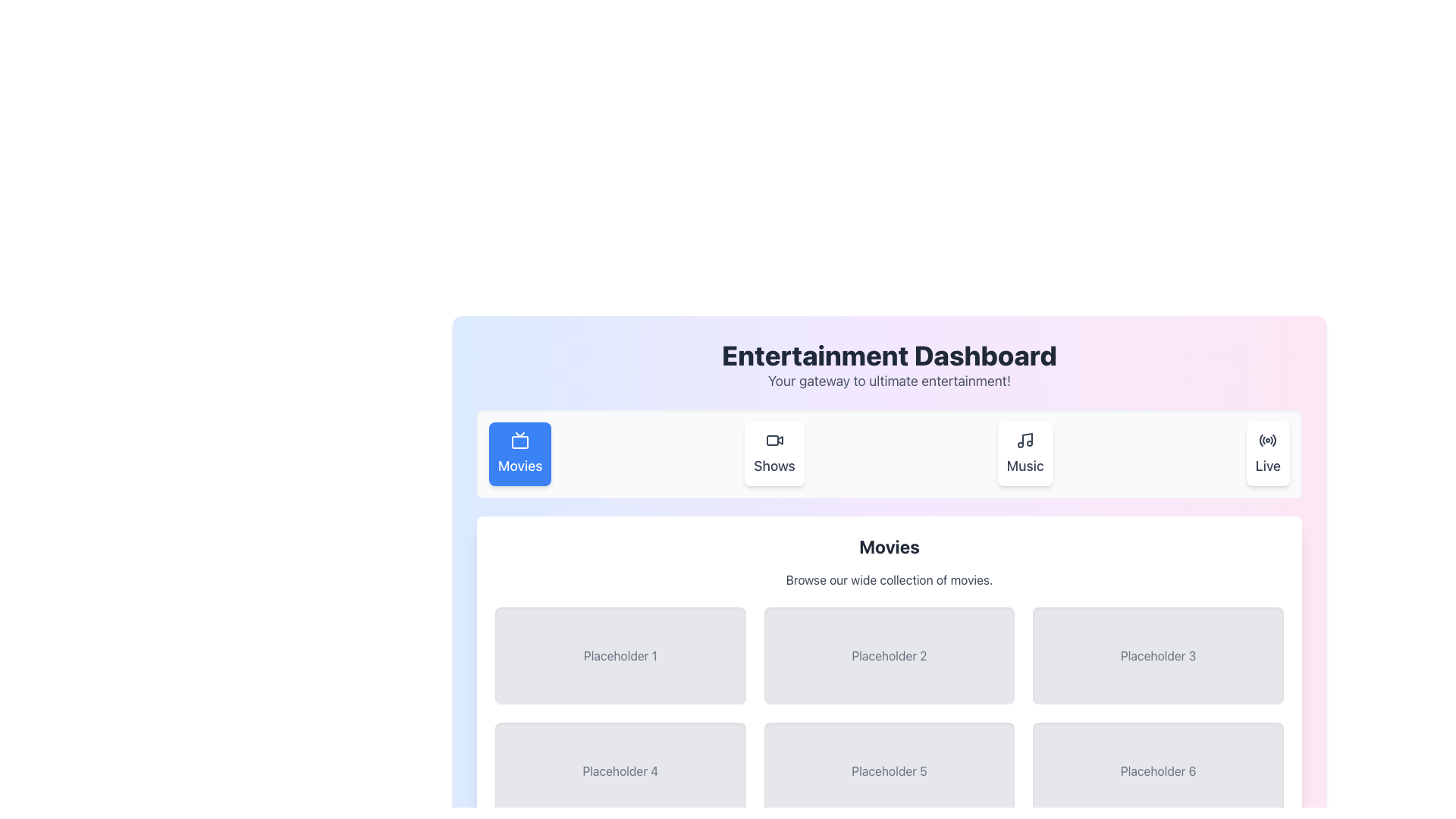  What do you see at coordinates (1268, 453) in the screenshot?
I see `the 'Live' button located at the far right of the group of buttons, which includes 'Movies', 'Shows', and 'Music'` at bounding box center [1268, 453].